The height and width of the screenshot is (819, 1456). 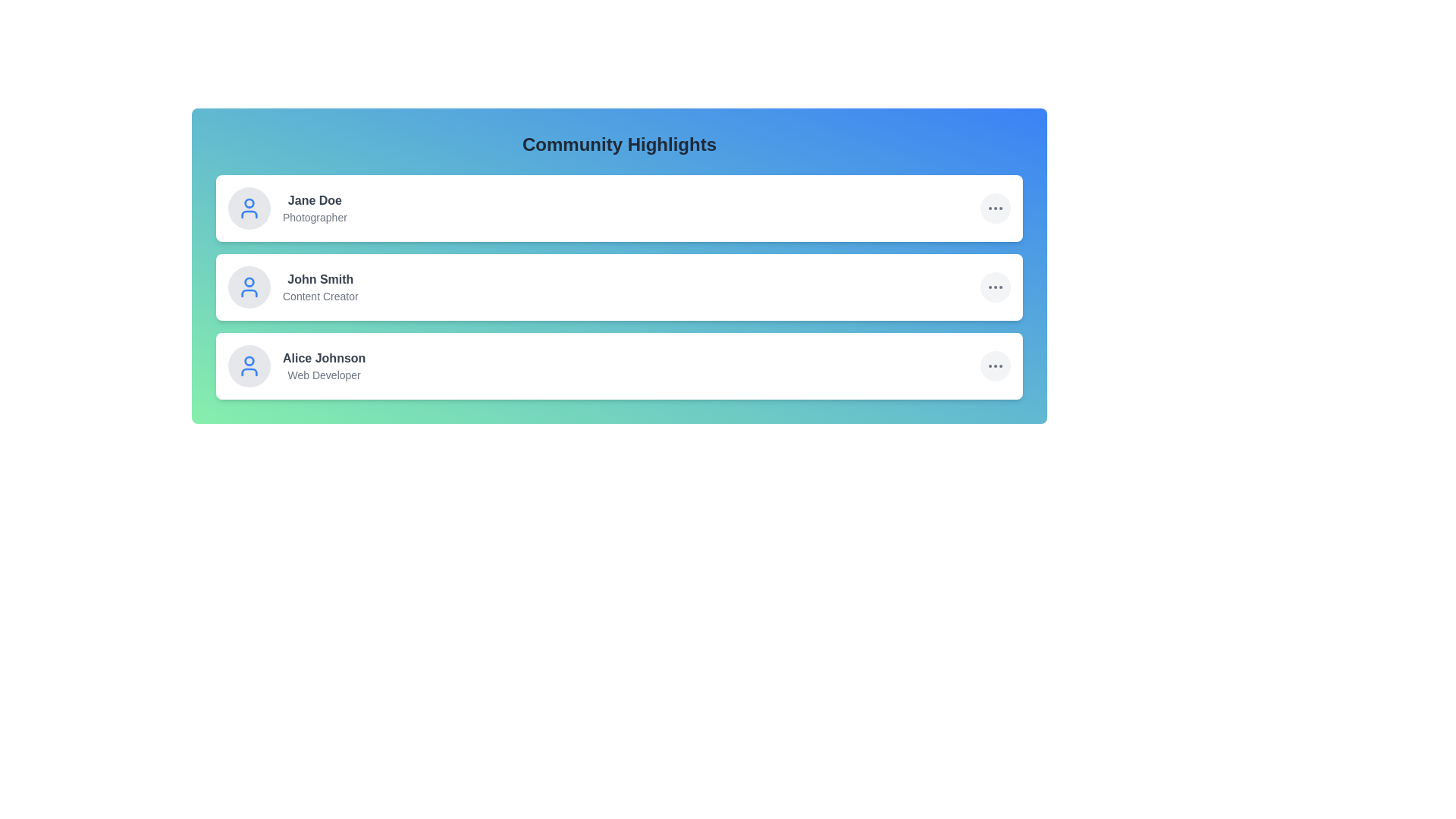 What do you see at coordinates (996, 287) in the screenshot?
I see `the Ellipsis menu icon located on the right side of the second list item` at bounding box center [996, 287].